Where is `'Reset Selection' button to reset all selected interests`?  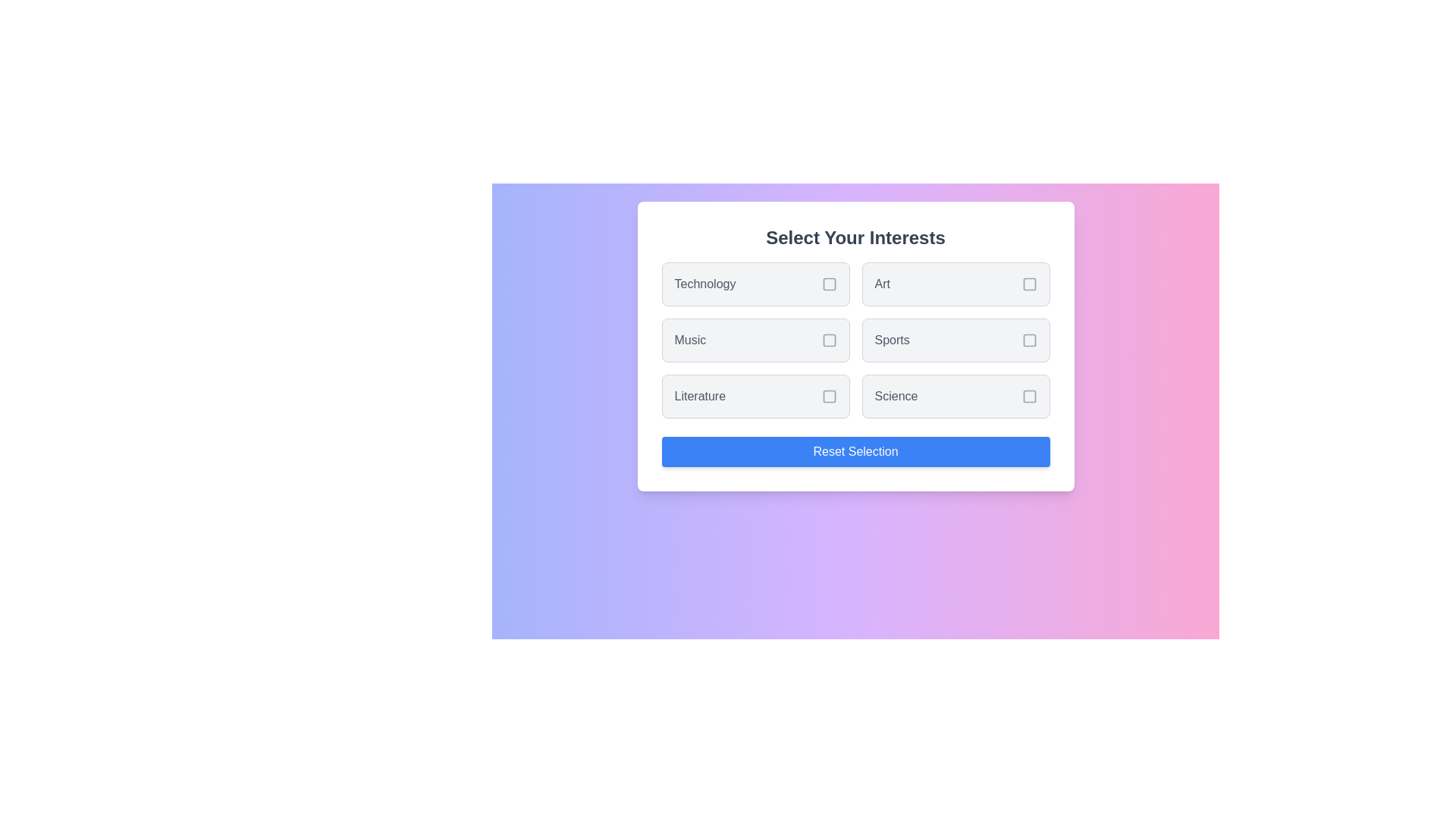
'Reset Selection' button to reset all selected interests is located at coordinates (855, 451).